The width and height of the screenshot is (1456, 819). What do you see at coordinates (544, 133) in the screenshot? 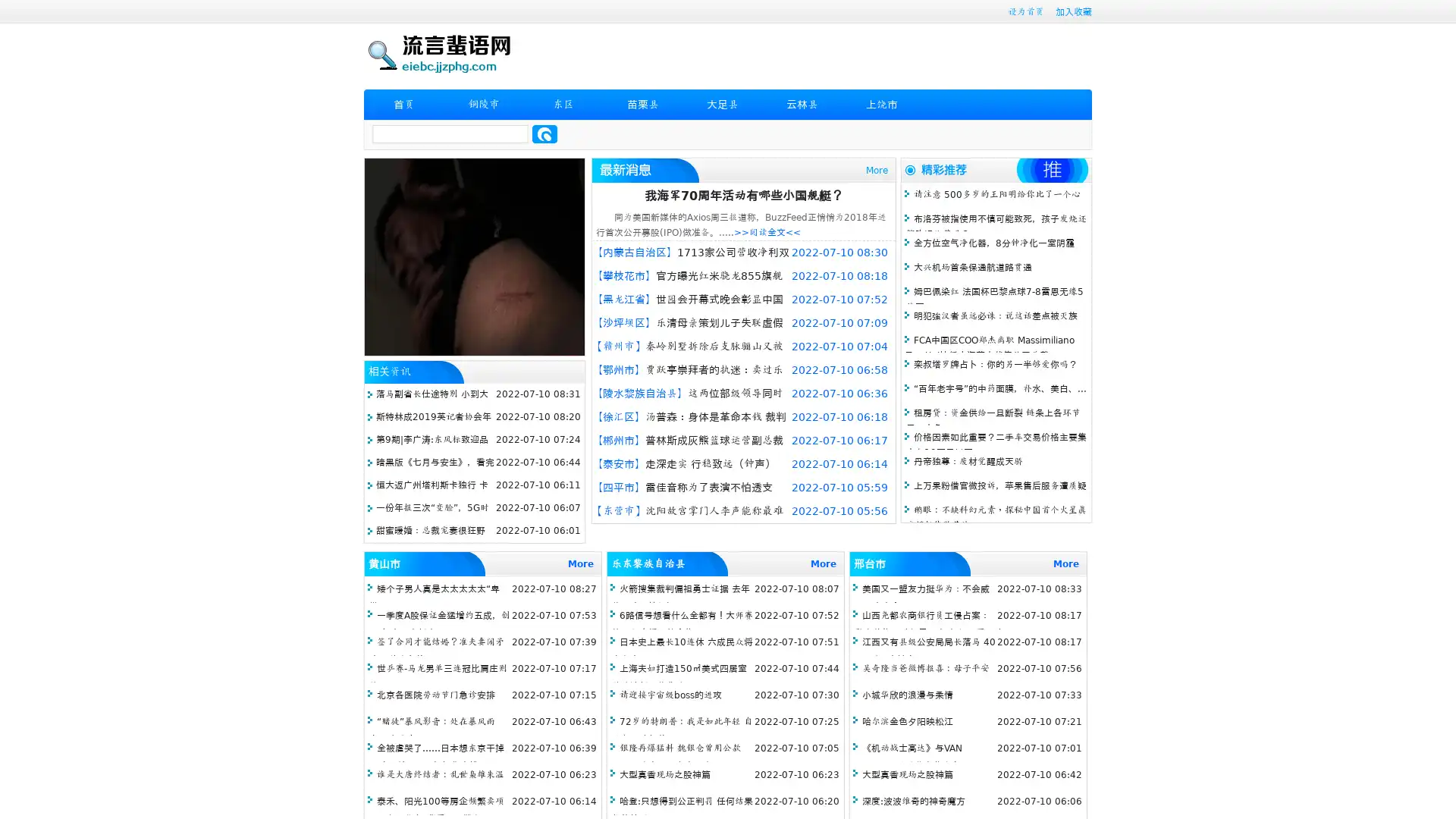
I see `Search` at bounding box center [544, 133].